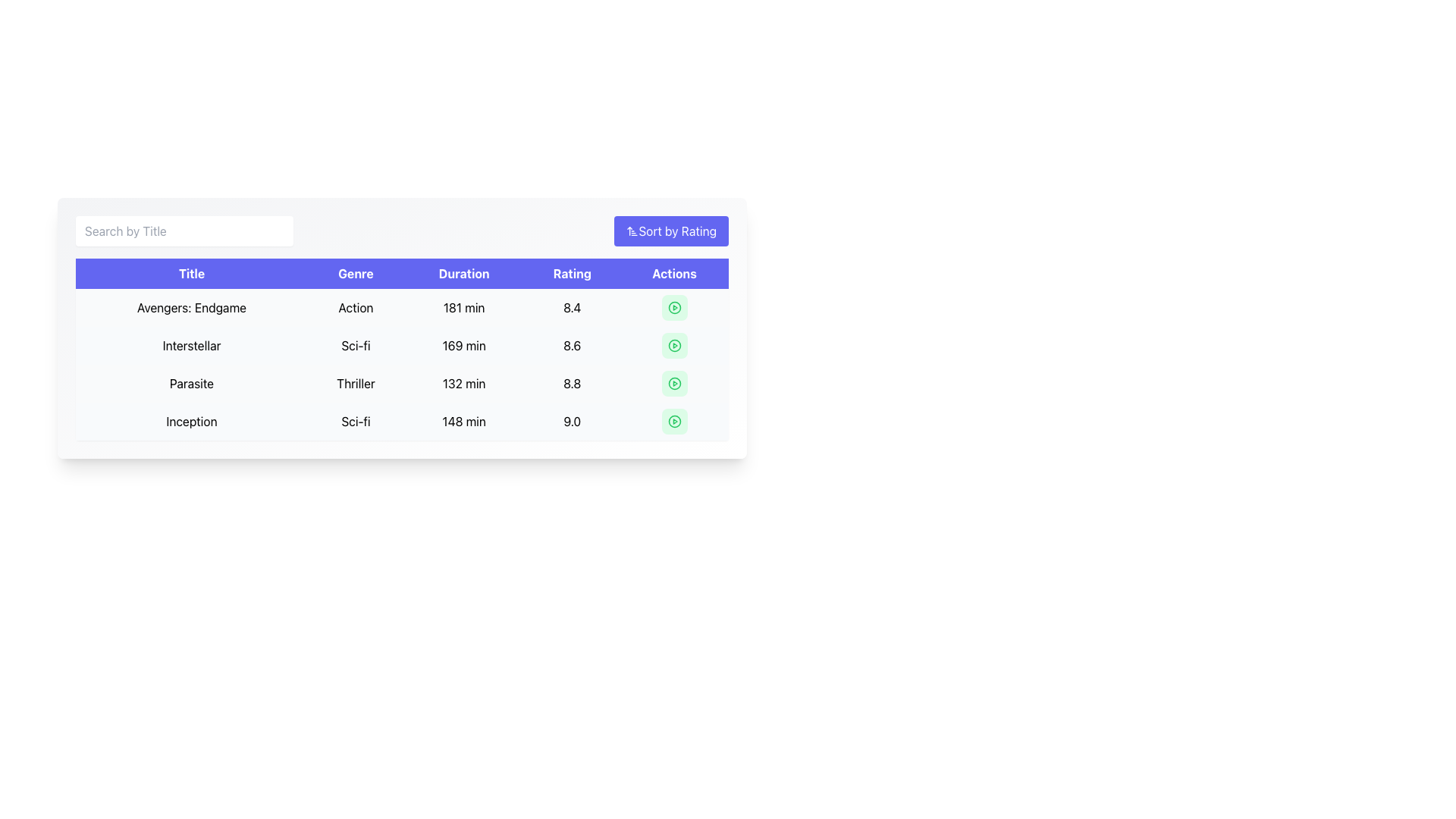 The width and height of the screenshot is (1456, 819). I want to click on the table cell located in the second row under the 'Duration' column of the movie information table, so click(402, 365).